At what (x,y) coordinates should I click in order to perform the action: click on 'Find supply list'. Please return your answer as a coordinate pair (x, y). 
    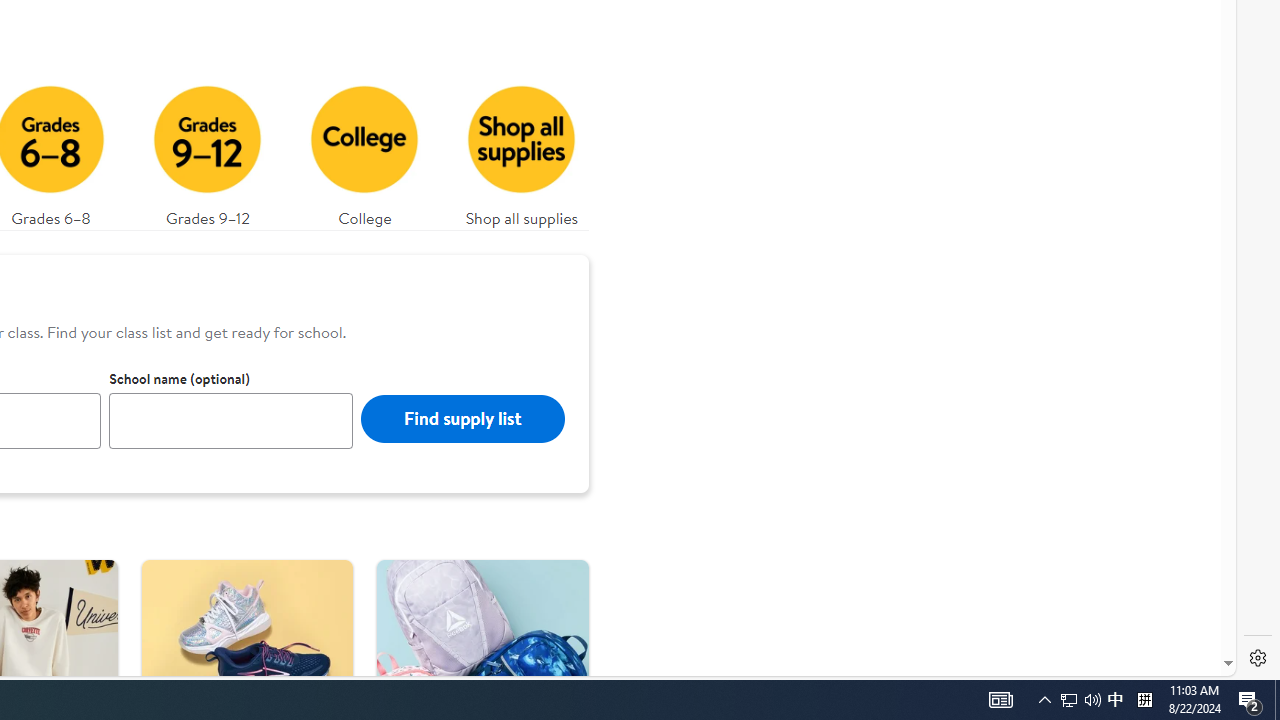
    Looking at the image, I should click on (461, 417).